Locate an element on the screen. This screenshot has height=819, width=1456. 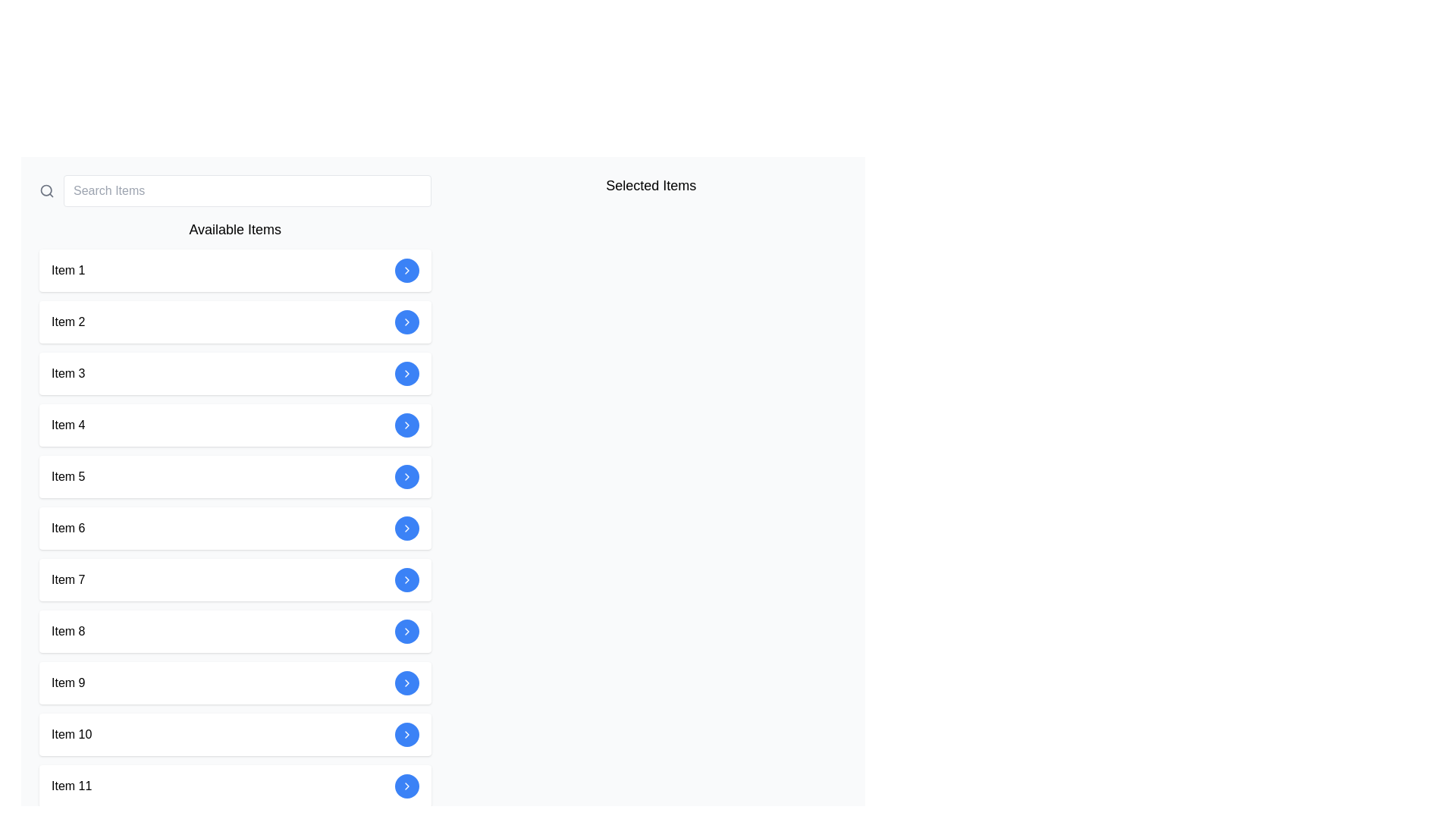
the circular blue button icon located to the right of 'Item 10' is located at coordinates (406, 733).